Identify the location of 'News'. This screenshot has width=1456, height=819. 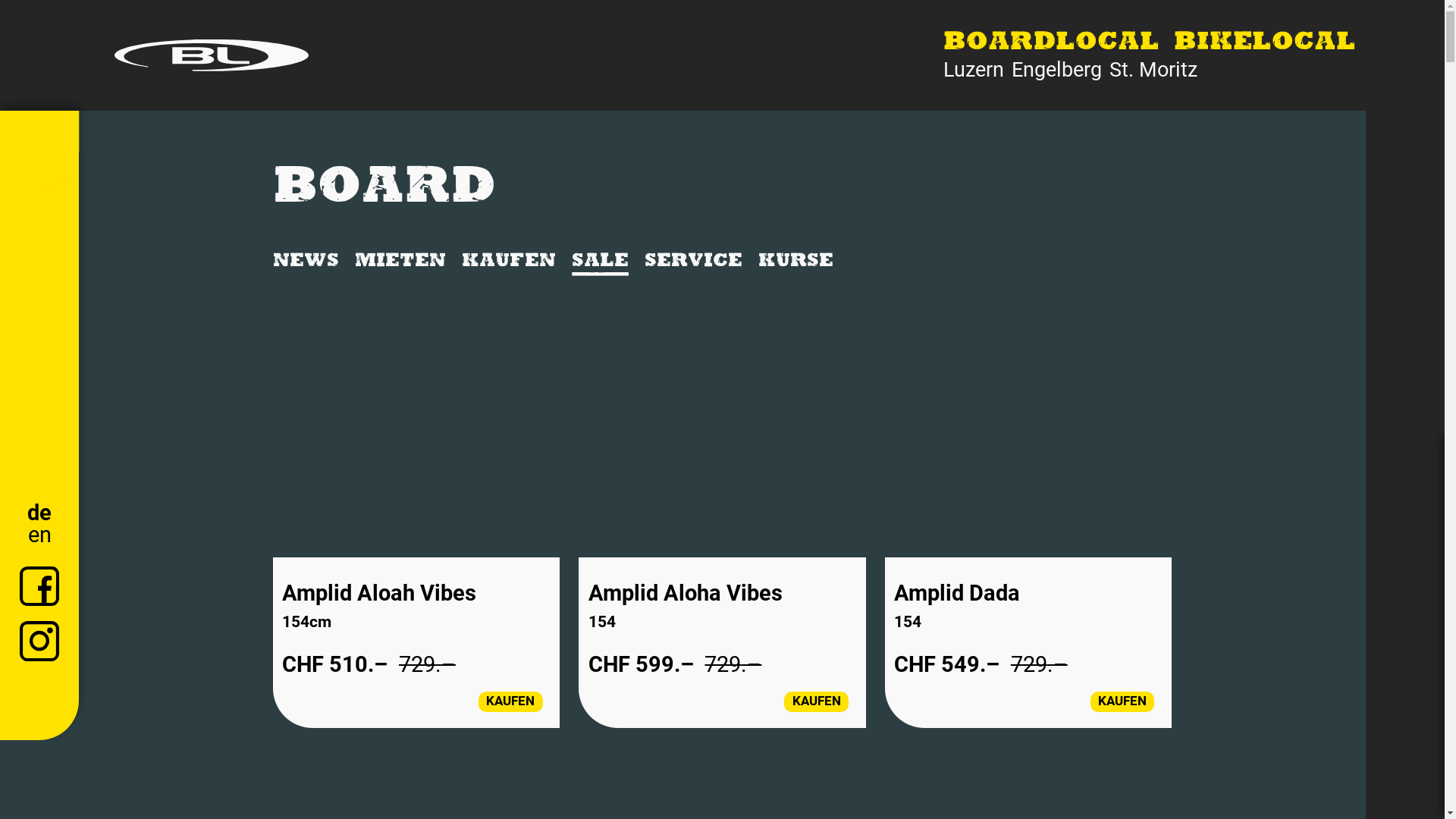
(305, 261).